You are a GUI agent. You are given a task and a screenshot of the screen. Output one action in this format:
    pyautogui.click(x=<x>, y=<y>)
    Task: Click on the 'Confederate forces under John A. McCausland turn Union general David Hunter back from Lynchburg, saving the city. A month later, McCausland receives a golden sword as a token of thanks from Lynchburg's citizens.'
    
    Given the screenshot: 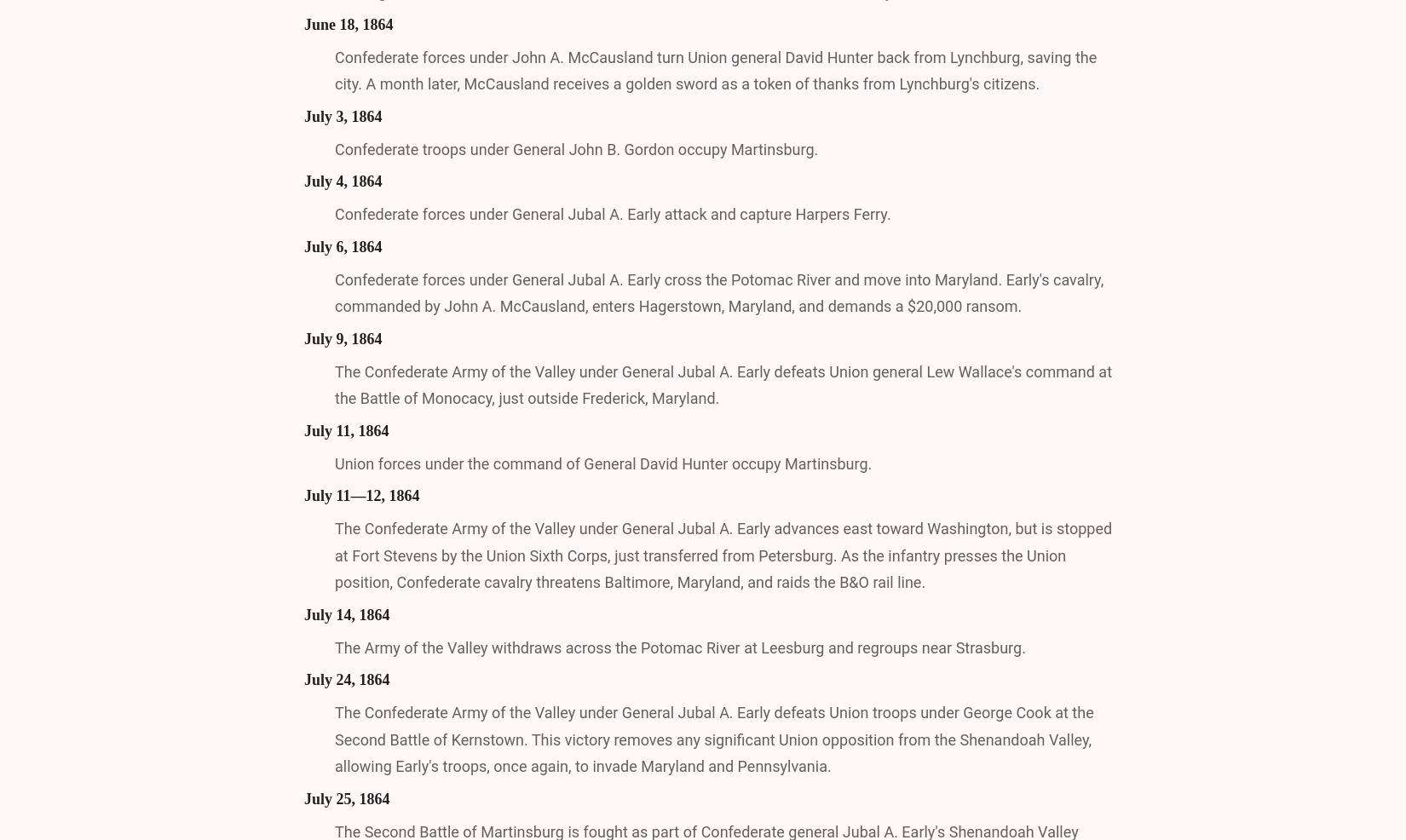 What is the action you would take?
    pyautogui.click(x=716, y=69)
    